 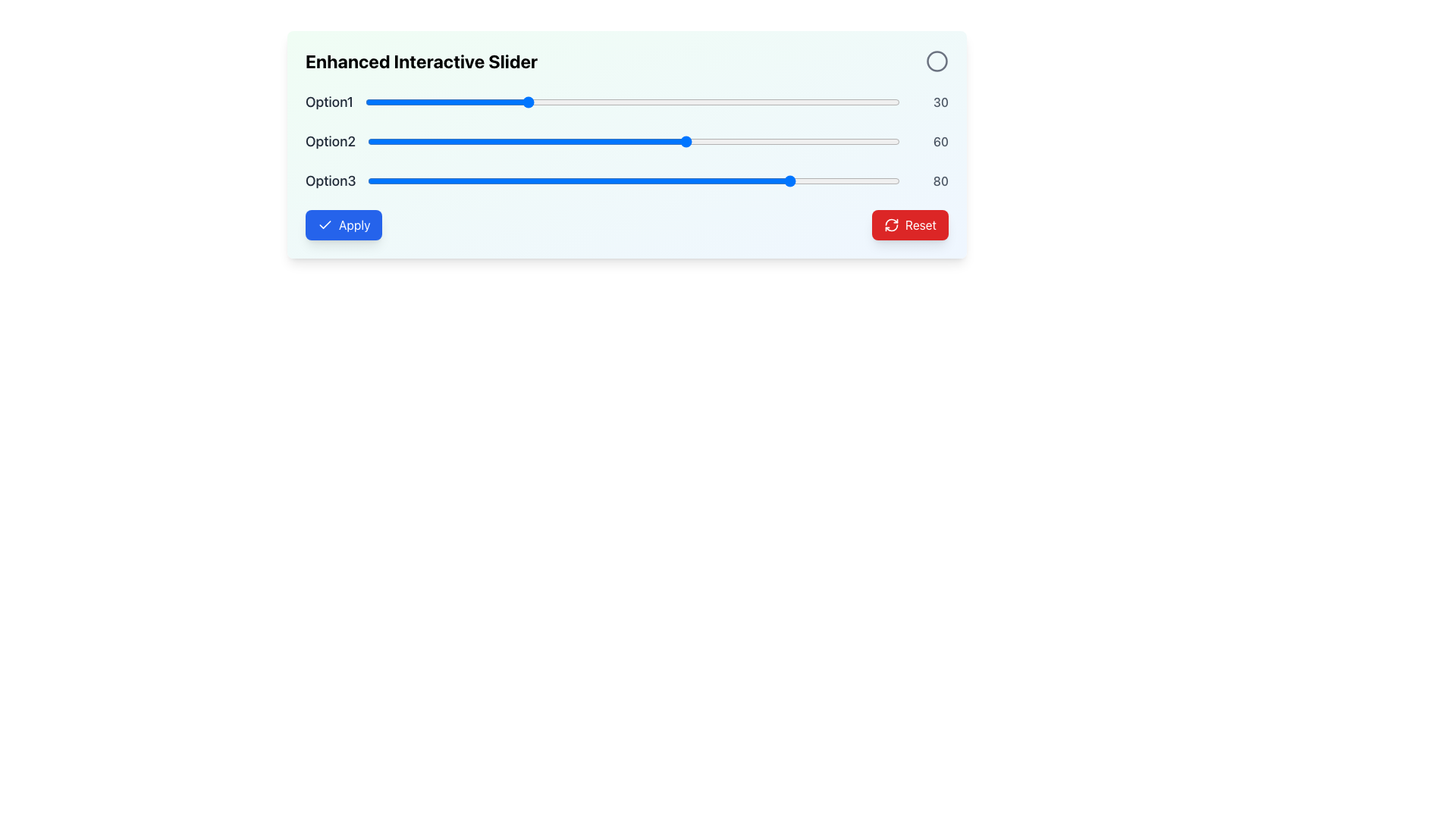 I want to click on the value of the slider, so click(x=889, y=102).